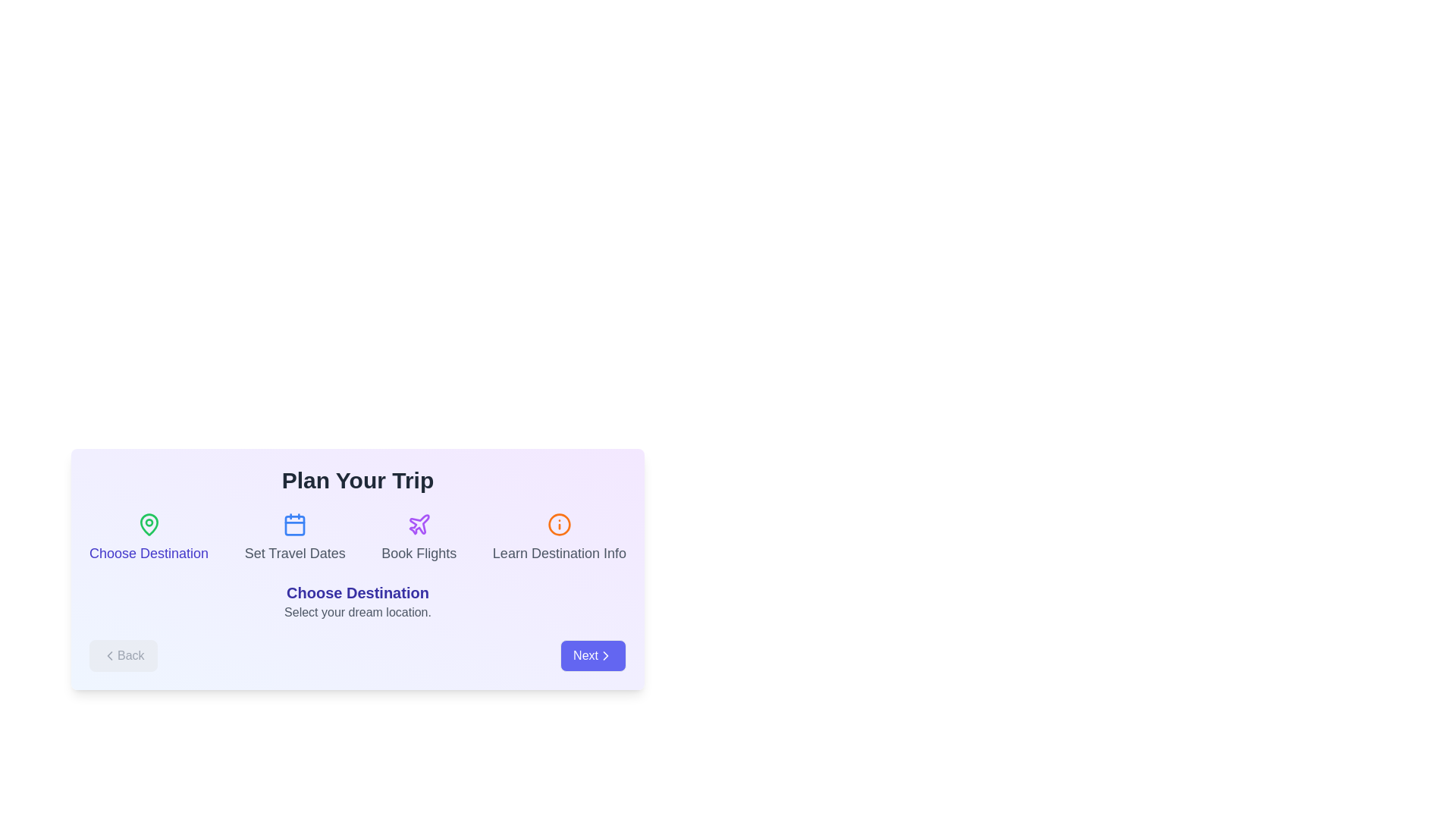  What do you see at coordinates (123, 654) in the screenshot?
I see `the 'Back' button, which is a disabled button with a light gray background and a chevron pointing left, located at the bottom-left of the navigation segment` at bounding box center [123, 654].